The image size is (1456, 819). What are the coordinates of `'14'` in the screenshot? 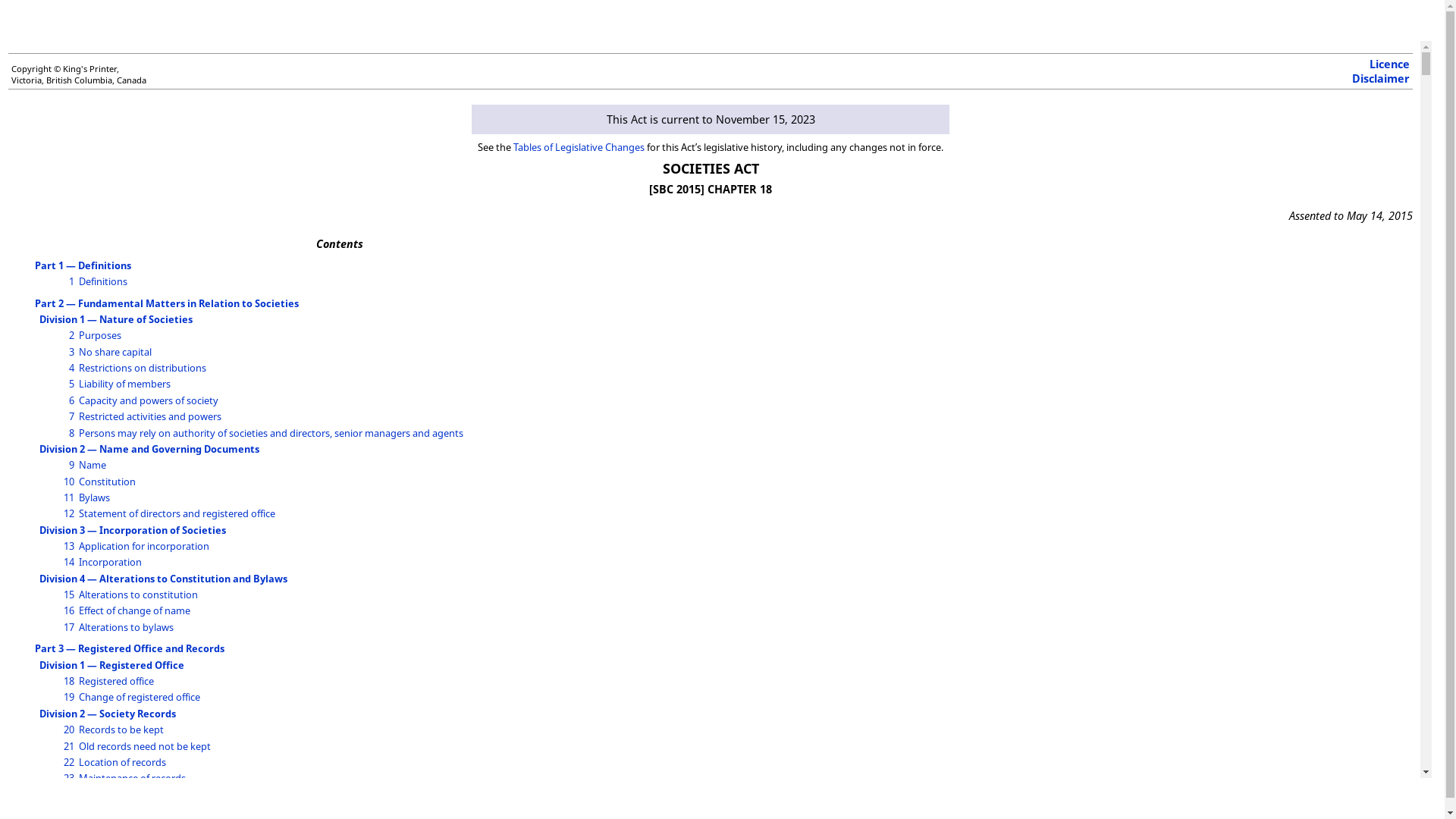 It's located at (68, 561).